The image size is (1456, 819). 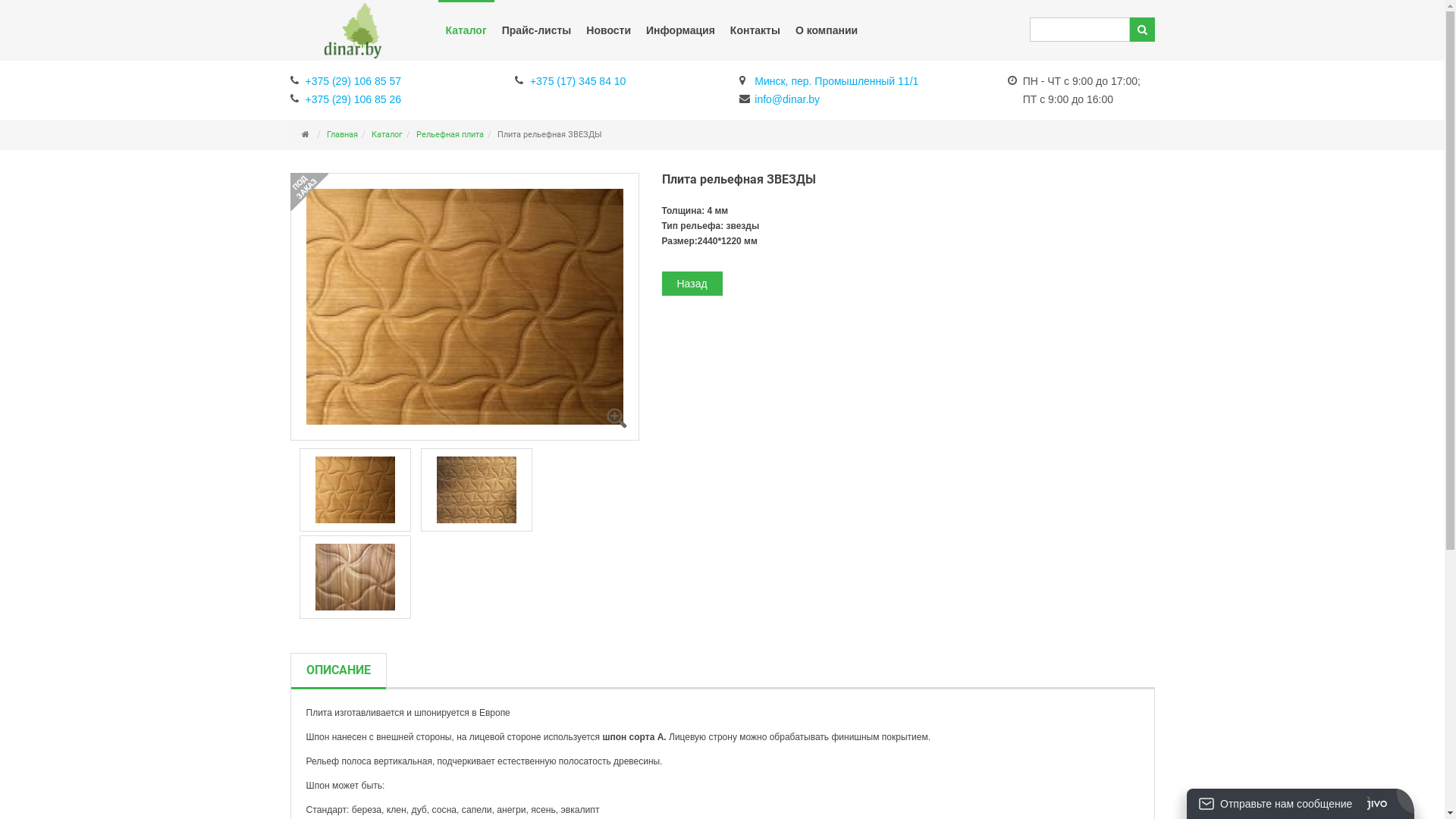 What do you see at coordinates (570, 79) in the screenshot?
I see `'+375 (17) 345 84 10'` at bounding box center [570, 79].